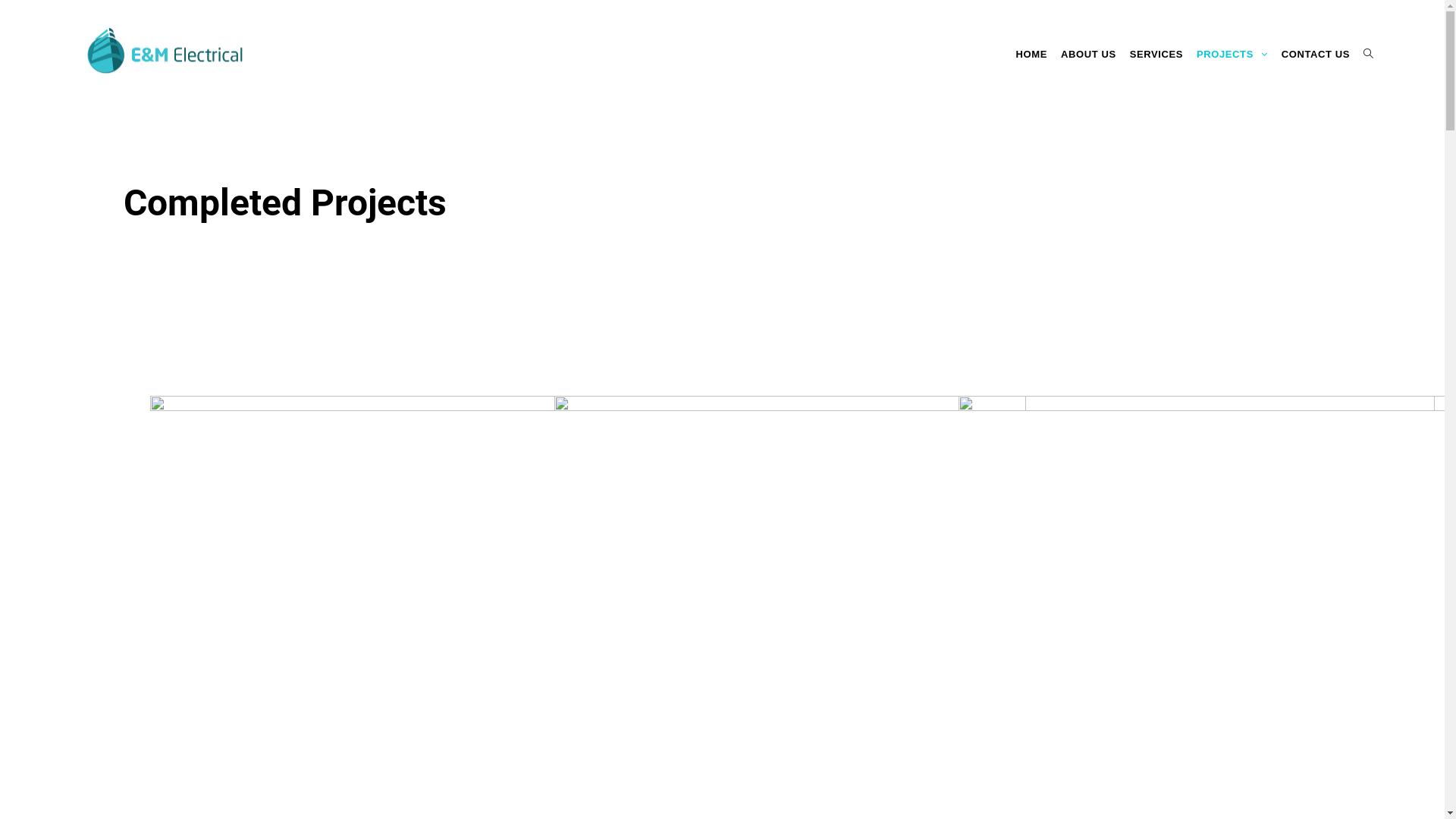  What do you see at coordinates (1087, 54) in the screenshot?
I see `'ABOUT US'` at bounding box center [1087, 54].